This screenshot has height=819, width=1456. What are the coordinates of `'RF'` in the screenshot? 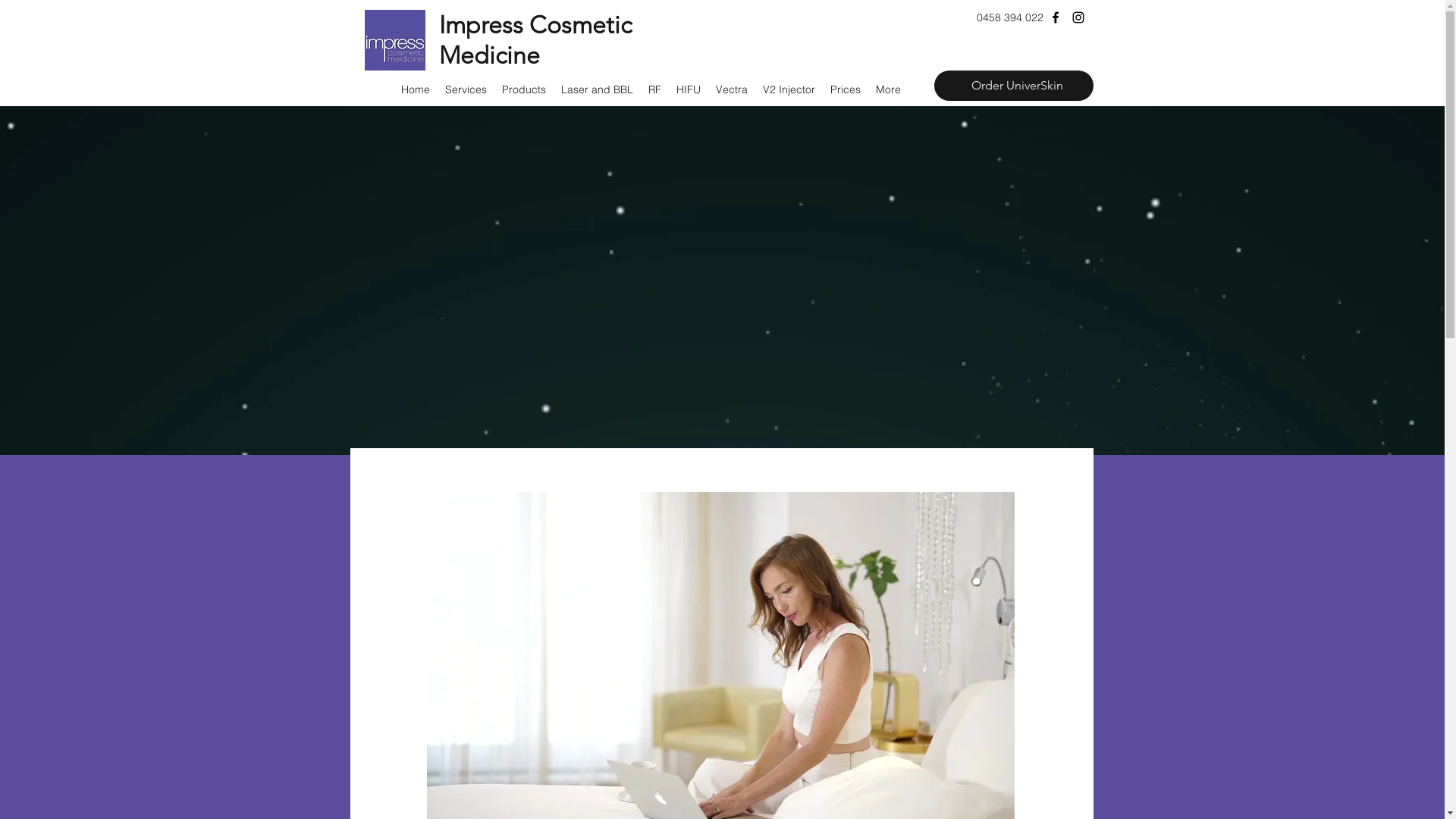 It's located at (654, 89).